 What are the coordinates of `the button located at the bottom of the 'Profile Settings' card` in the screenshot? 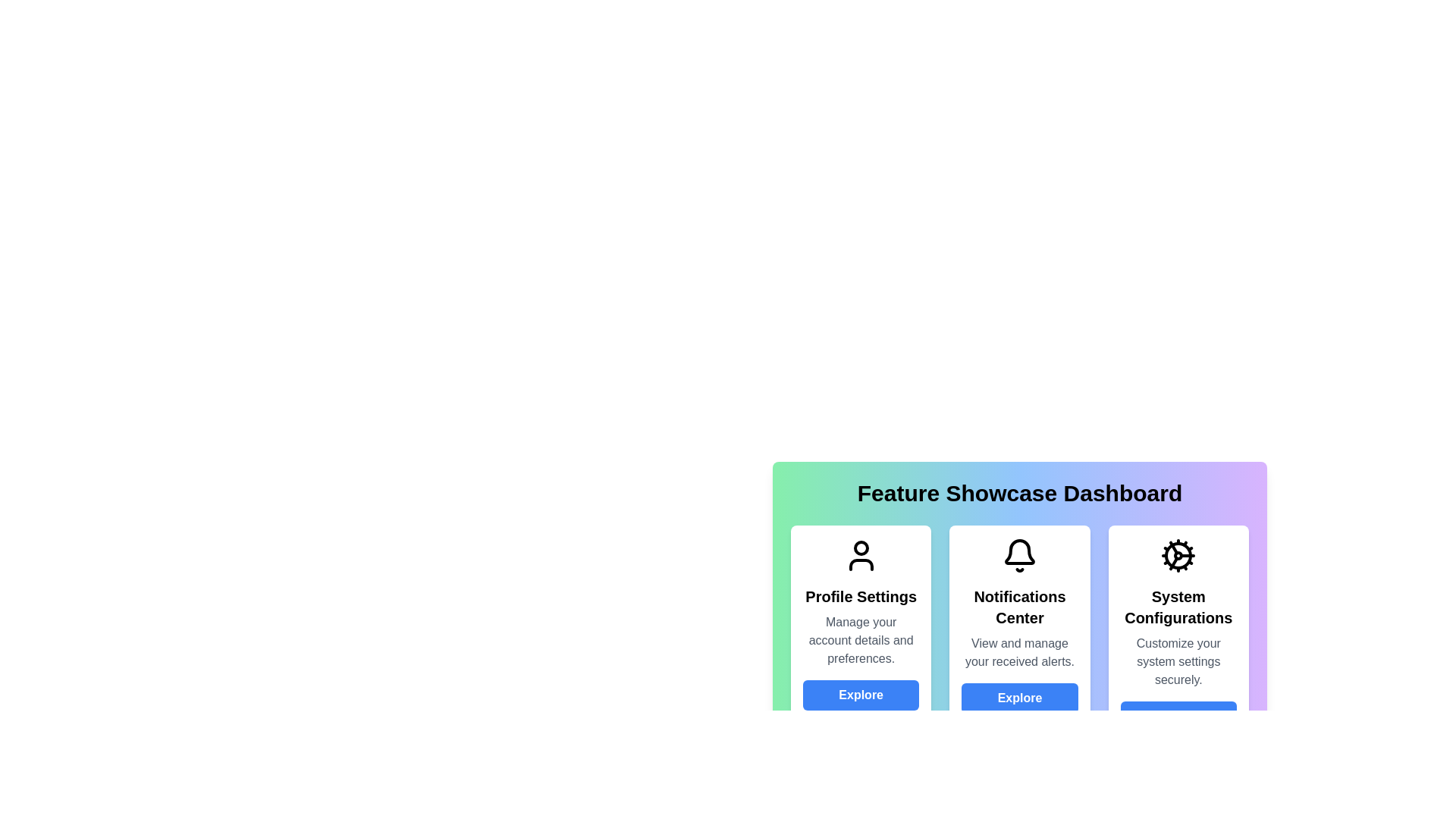 It's located at (860, 695).